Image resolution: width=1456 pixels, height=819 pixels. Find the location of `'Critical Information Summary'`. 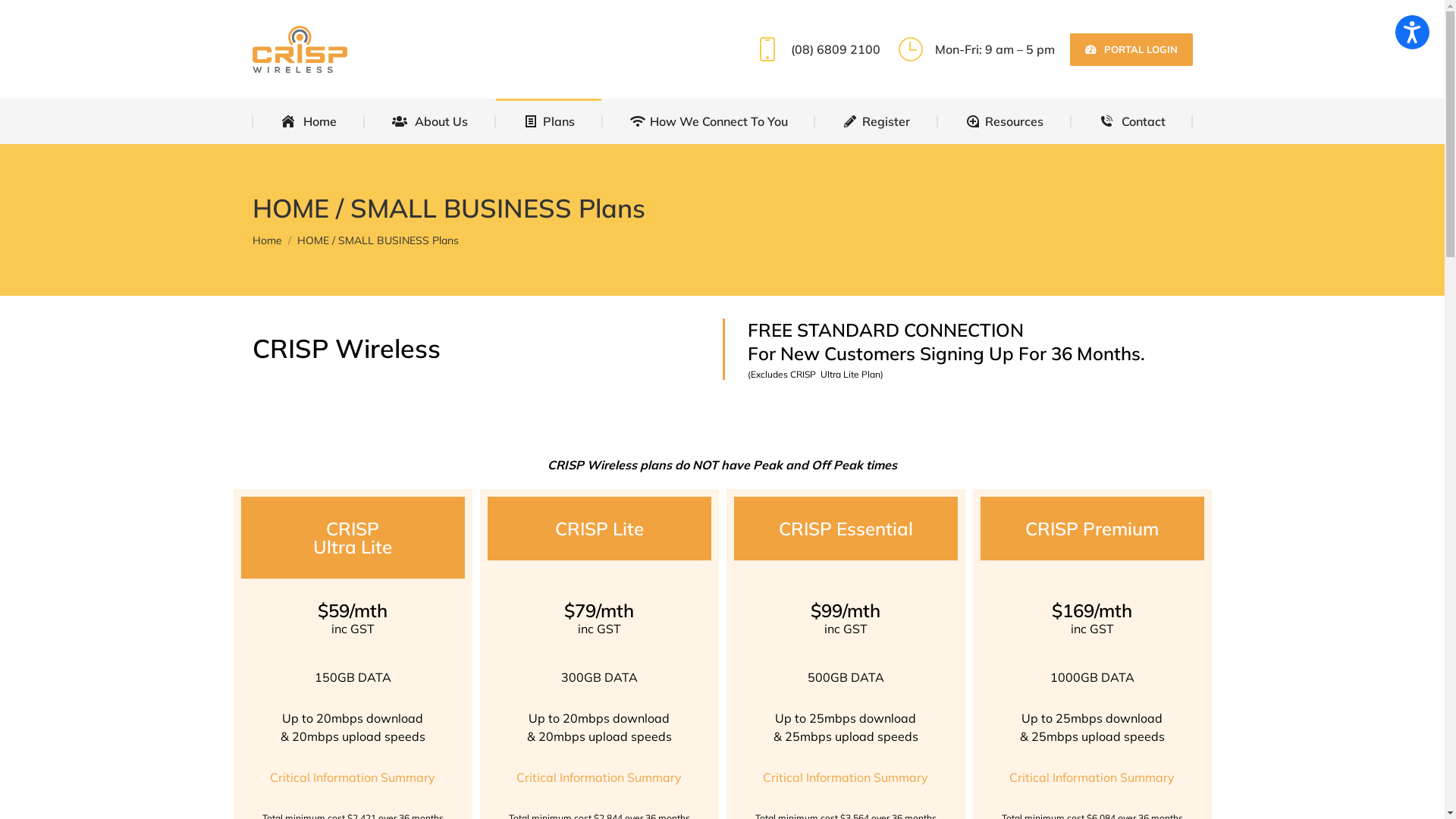

'Critical Information Summary' is located at coordinates (1009, 777).